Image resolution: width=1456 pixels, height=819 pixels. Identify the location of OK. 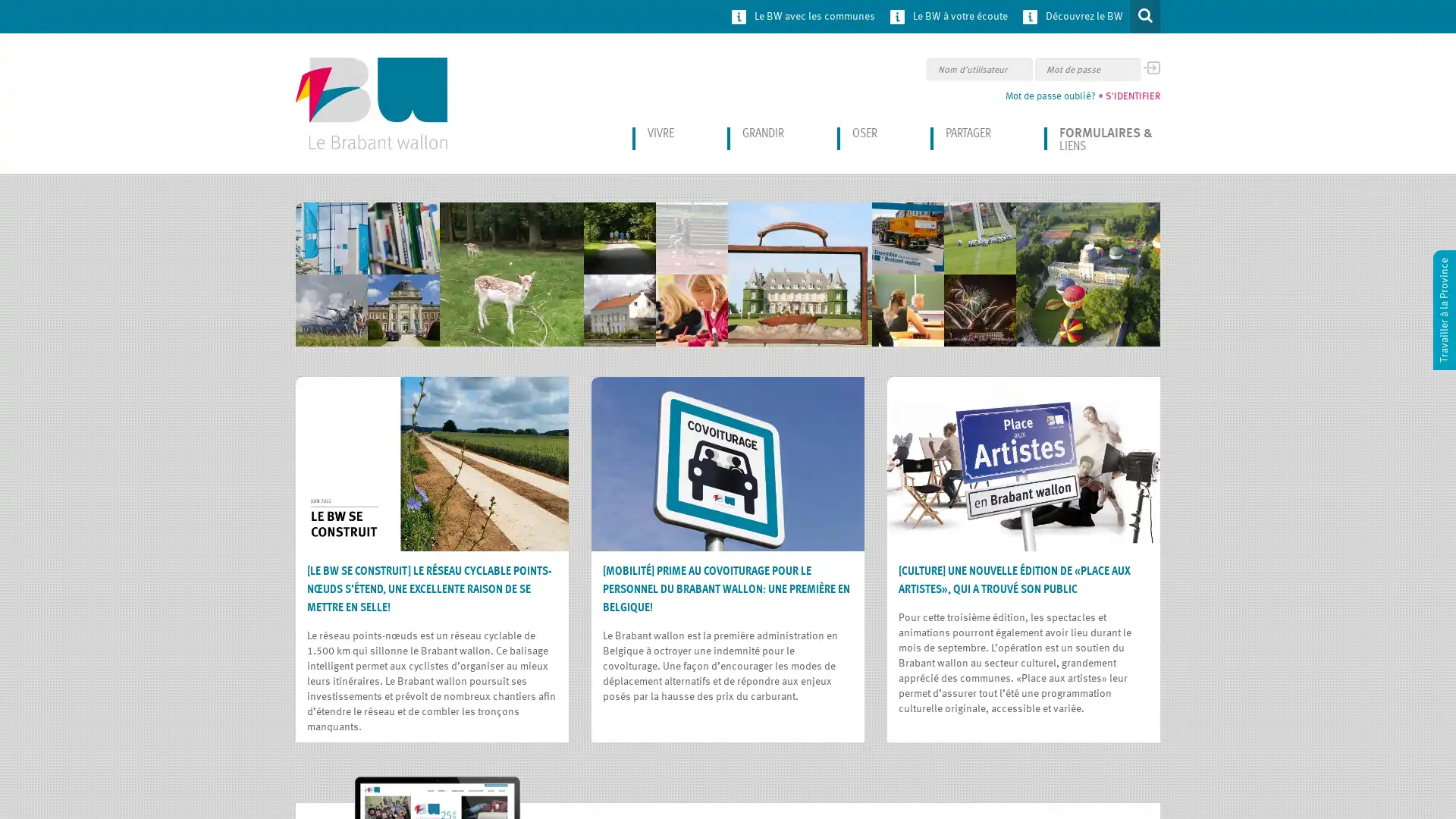
(1151, 66).